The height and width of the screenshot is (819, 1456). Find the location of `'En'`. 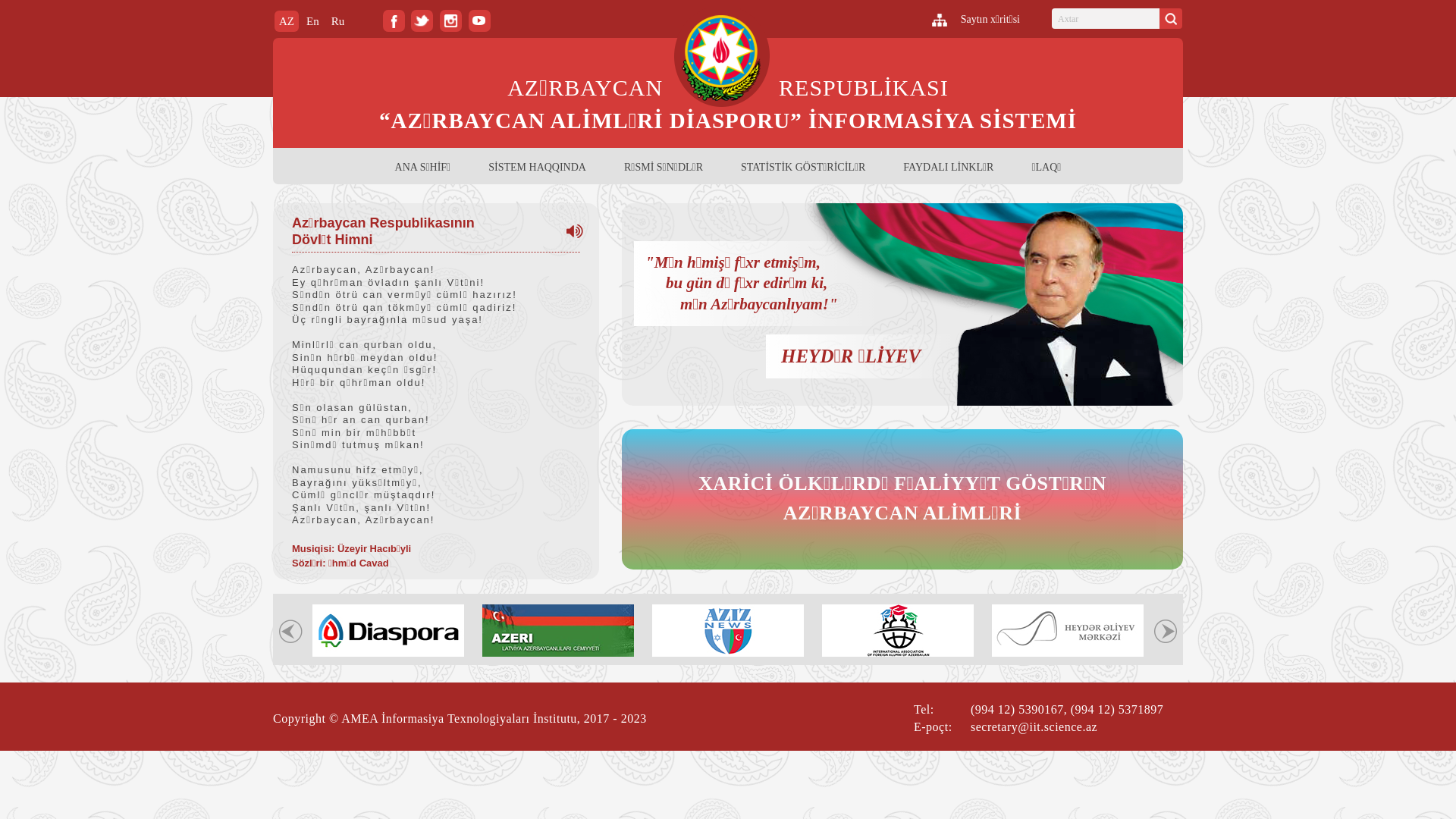

'En' is located at coordinates (312, 20).